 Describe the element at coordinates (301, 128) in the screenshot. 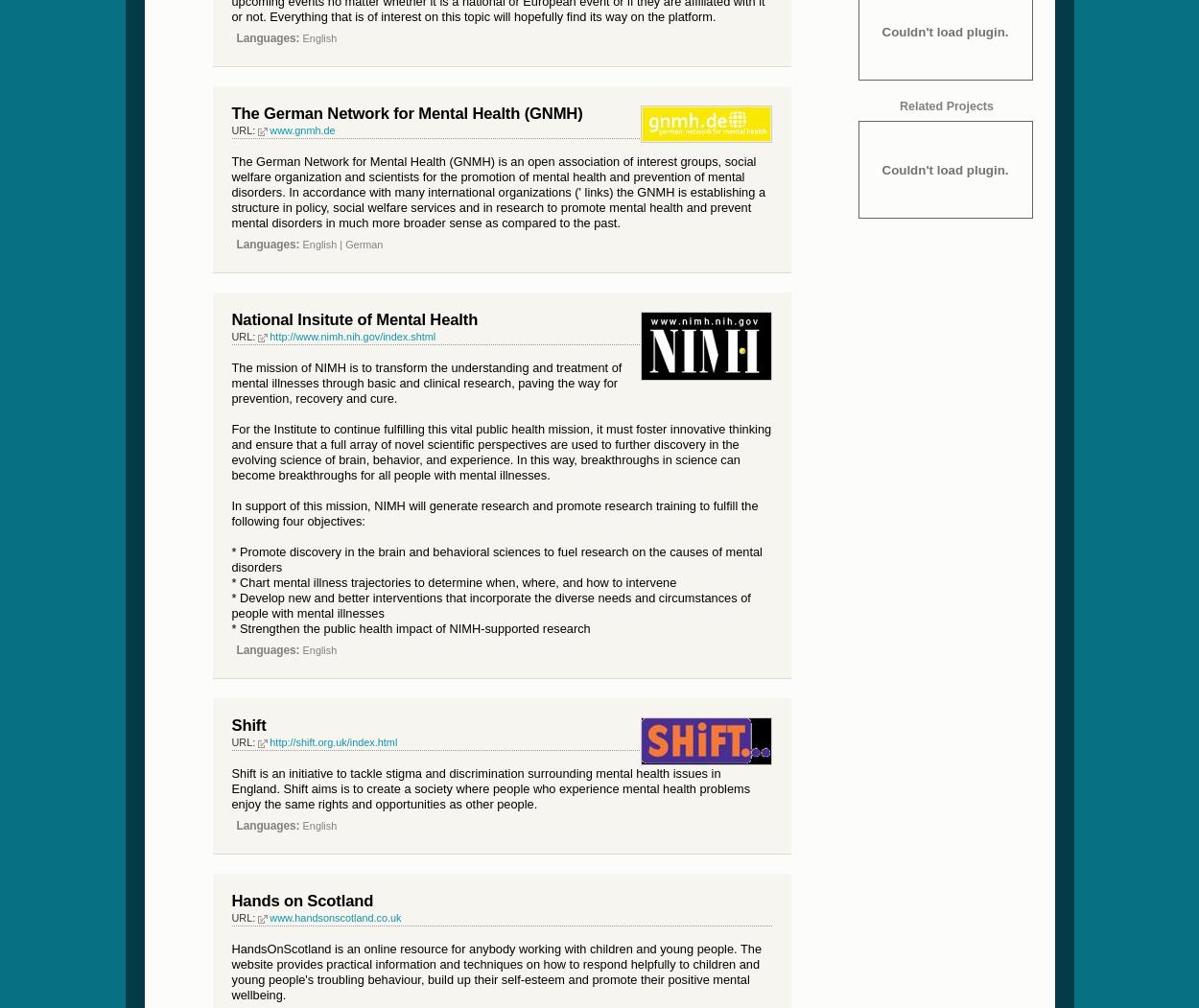

I see `'www.gnmh.de'` at that location.